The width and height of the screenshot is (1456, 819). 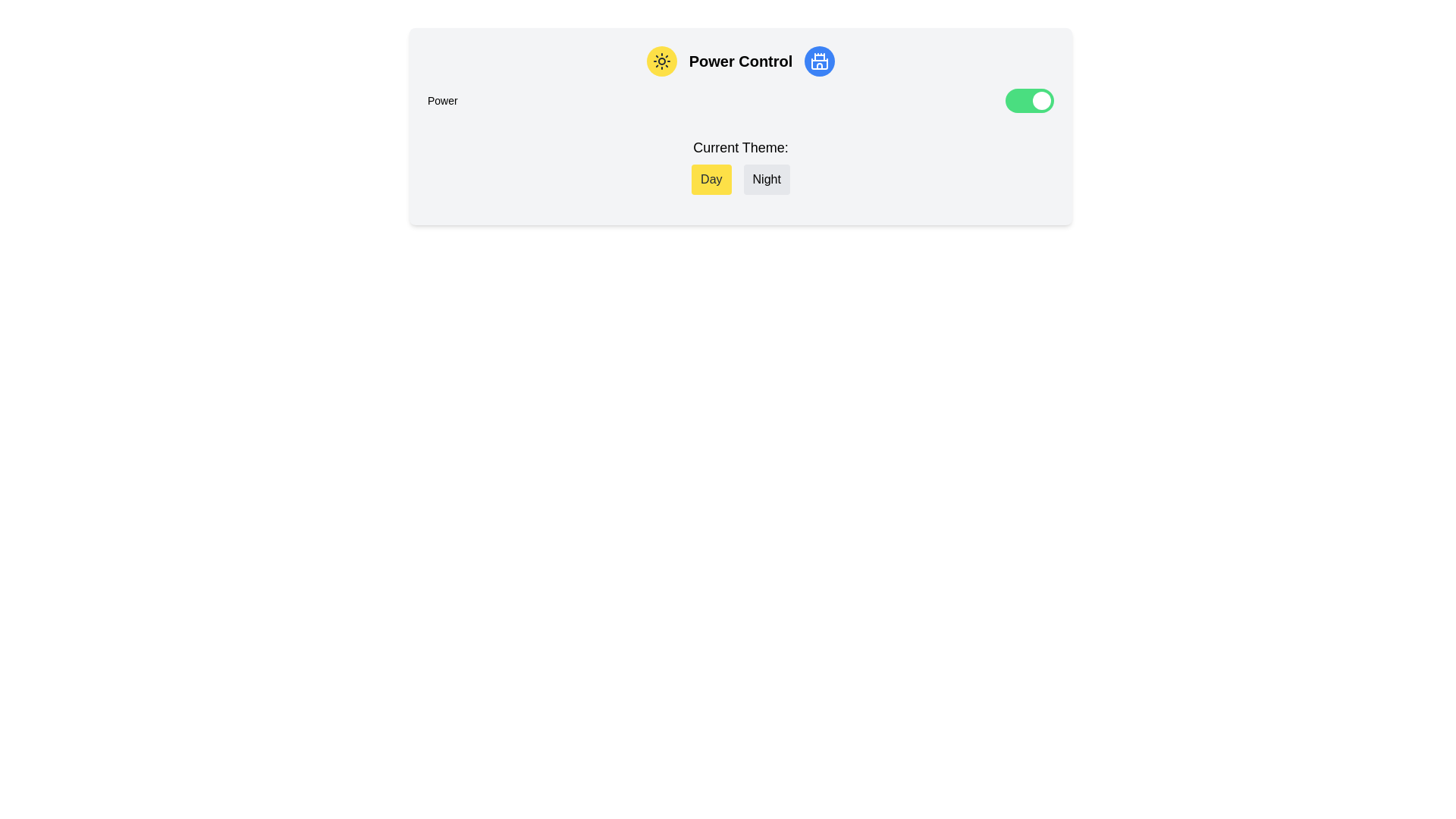 I want to click on the 'Night' button, which is a rectangular button with rounded corners and a light gray background, containing the text 'Night' in black font, so click(x=767, y=178).